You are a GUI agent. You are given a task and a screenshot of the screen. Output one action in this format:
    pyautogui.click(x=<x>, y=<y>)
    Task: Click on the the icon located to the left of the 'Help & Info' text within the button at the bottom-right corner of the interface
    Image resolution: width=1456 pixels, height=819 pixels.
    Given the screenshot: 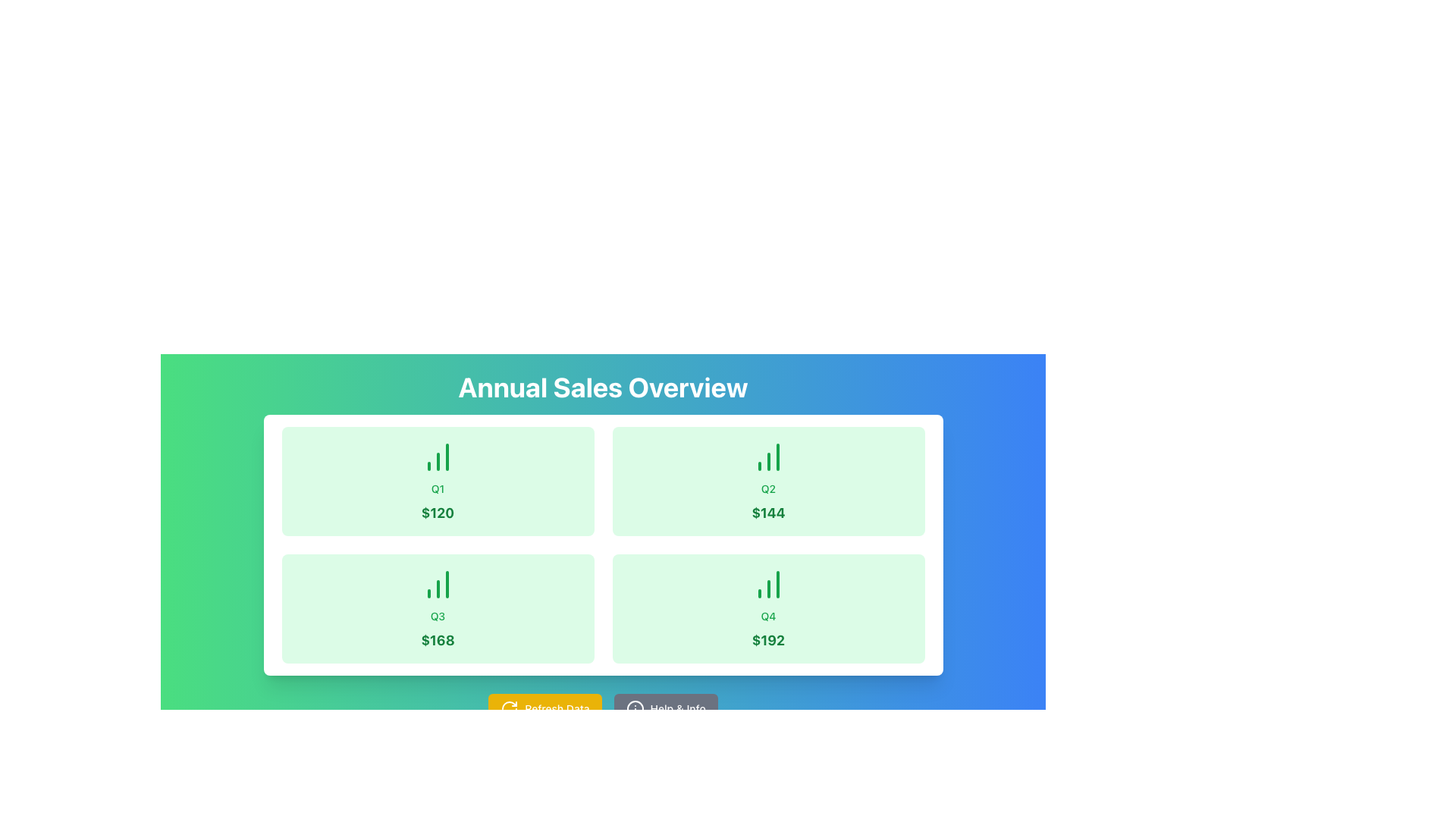 What is the action you would take?
    pyautogui.click(x=635, y=708)
    